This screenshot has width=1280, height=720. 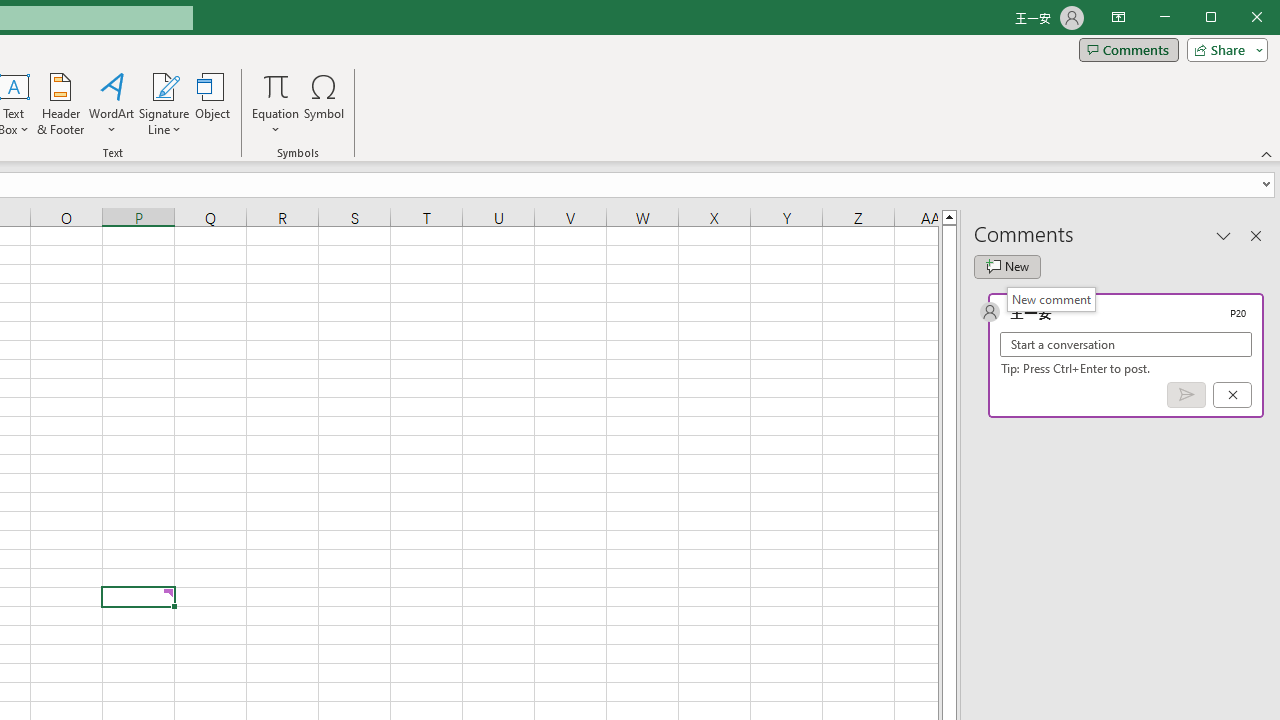 I want to click on 'Minimize', so click(x=1216, y=19).